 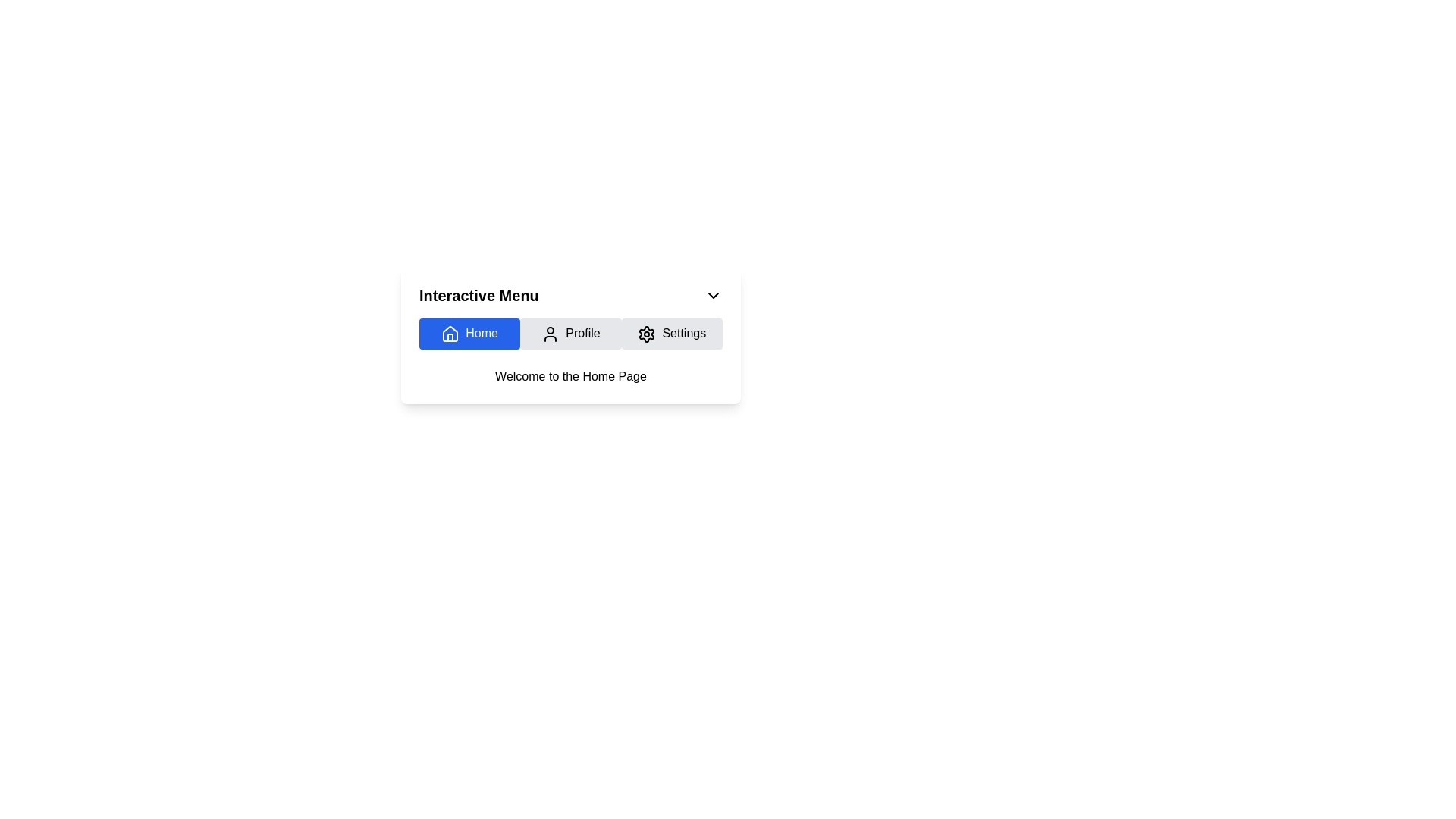 What do you see at coordinates (570, 375) in the screenshot?
I see `the informational header text display that welcomes users to the home page, positioned below the 'Interactive Menu' title and navigation options` at bounding box center [570, 375].